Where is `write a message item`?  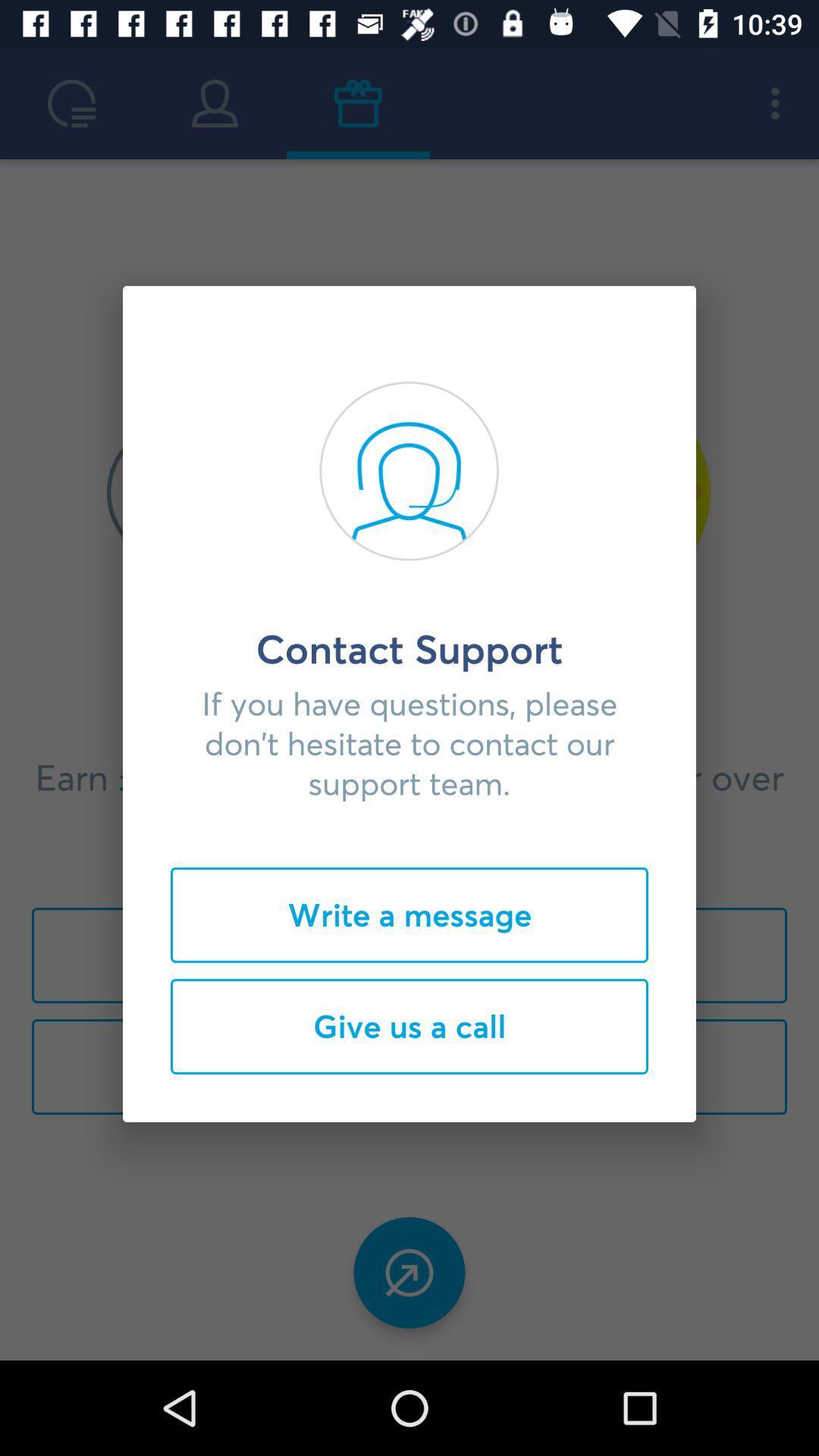
write a message item is located at coordinates (409, 914).